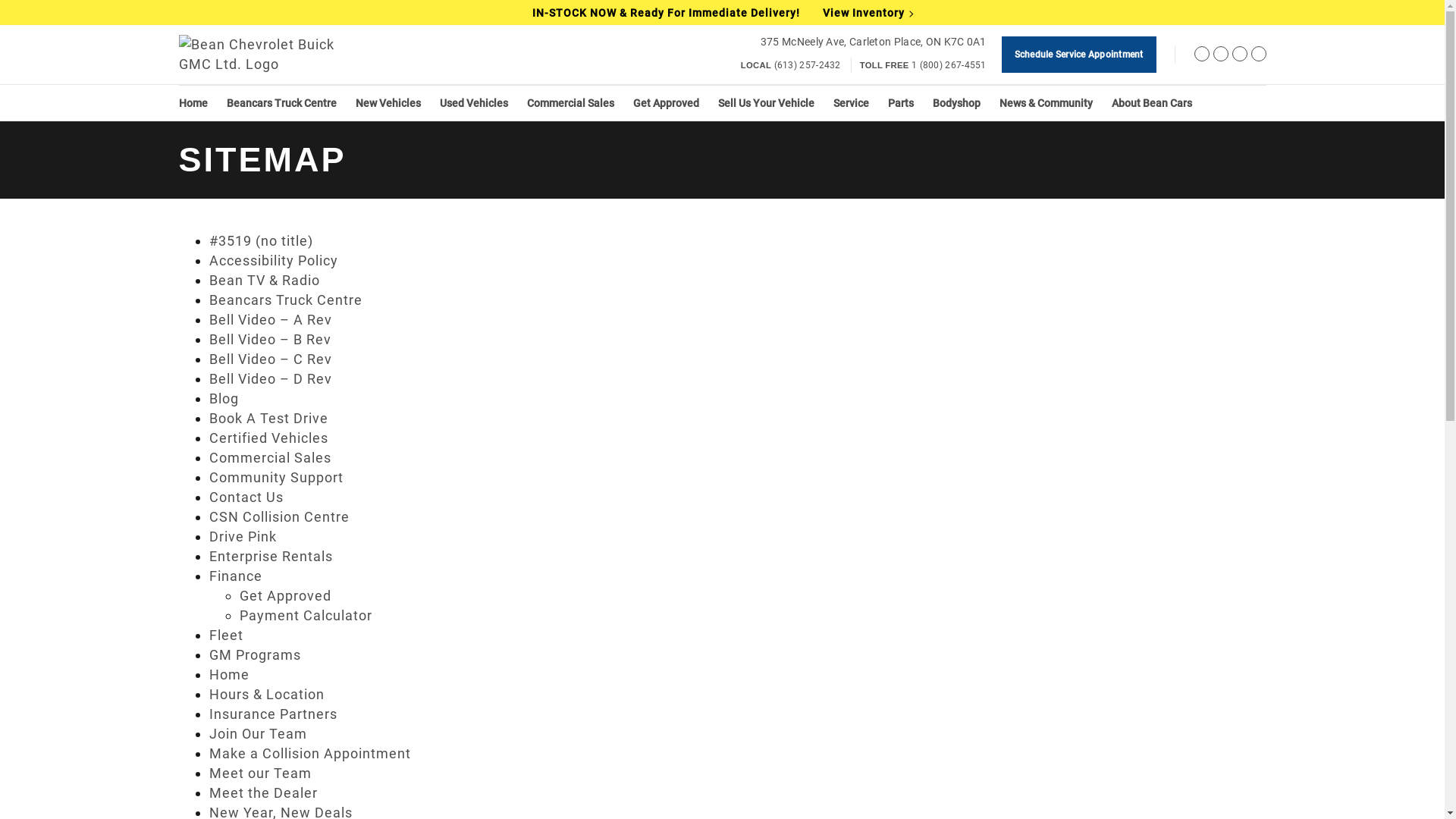 The image size is (1456, 819). What do you see at coordinates (1151, 102) in the screenshot?
I see `'About Bean Cars'` at bounding box center [1151, 102].